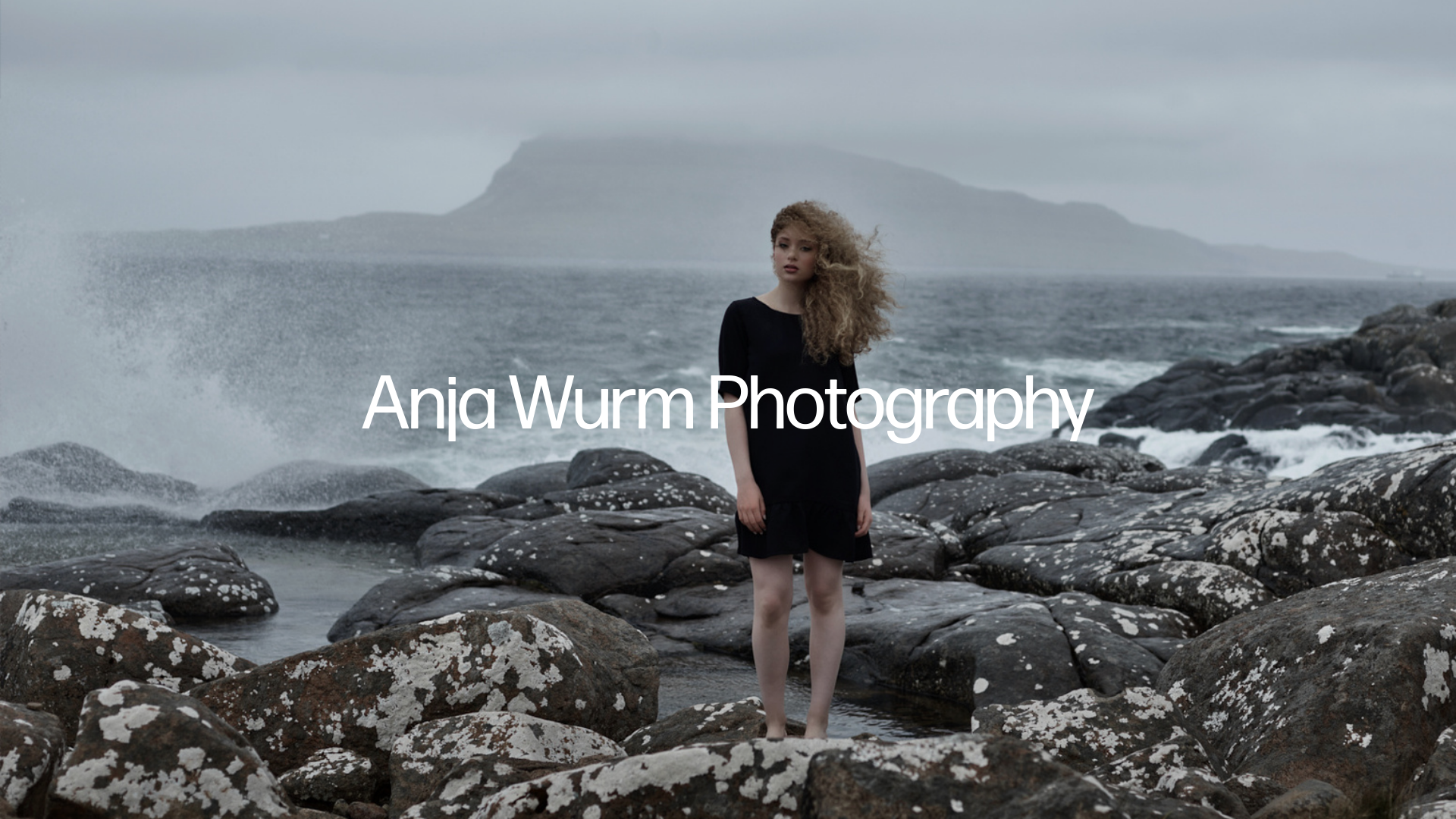 The image size is (1456, 819). I want to click on 'Anja Wurm Photography', so click(728, 406).